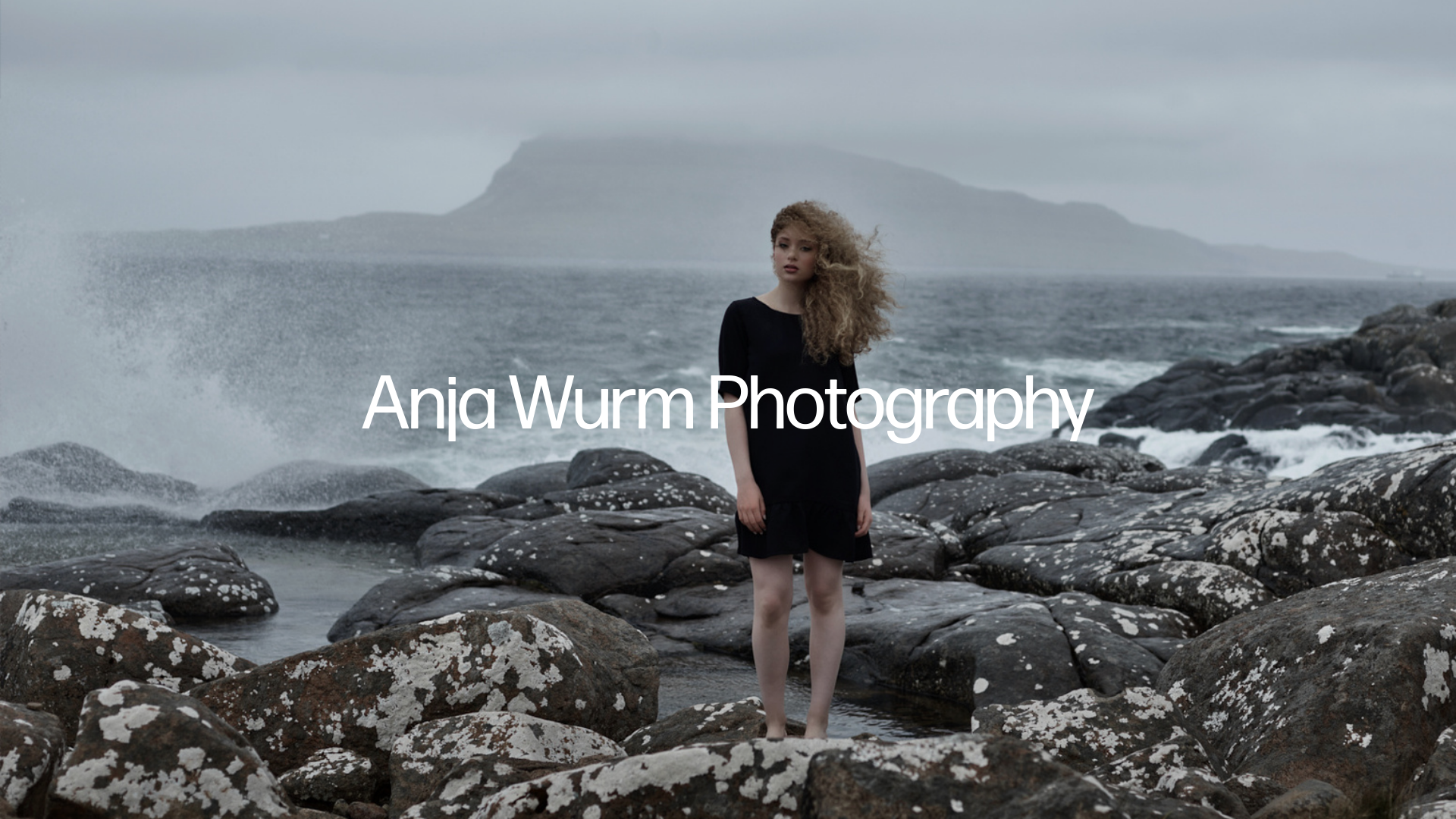 The image size is (1456, 819). I want to click on 'Anja Wurm Photography', so click(728, 406).